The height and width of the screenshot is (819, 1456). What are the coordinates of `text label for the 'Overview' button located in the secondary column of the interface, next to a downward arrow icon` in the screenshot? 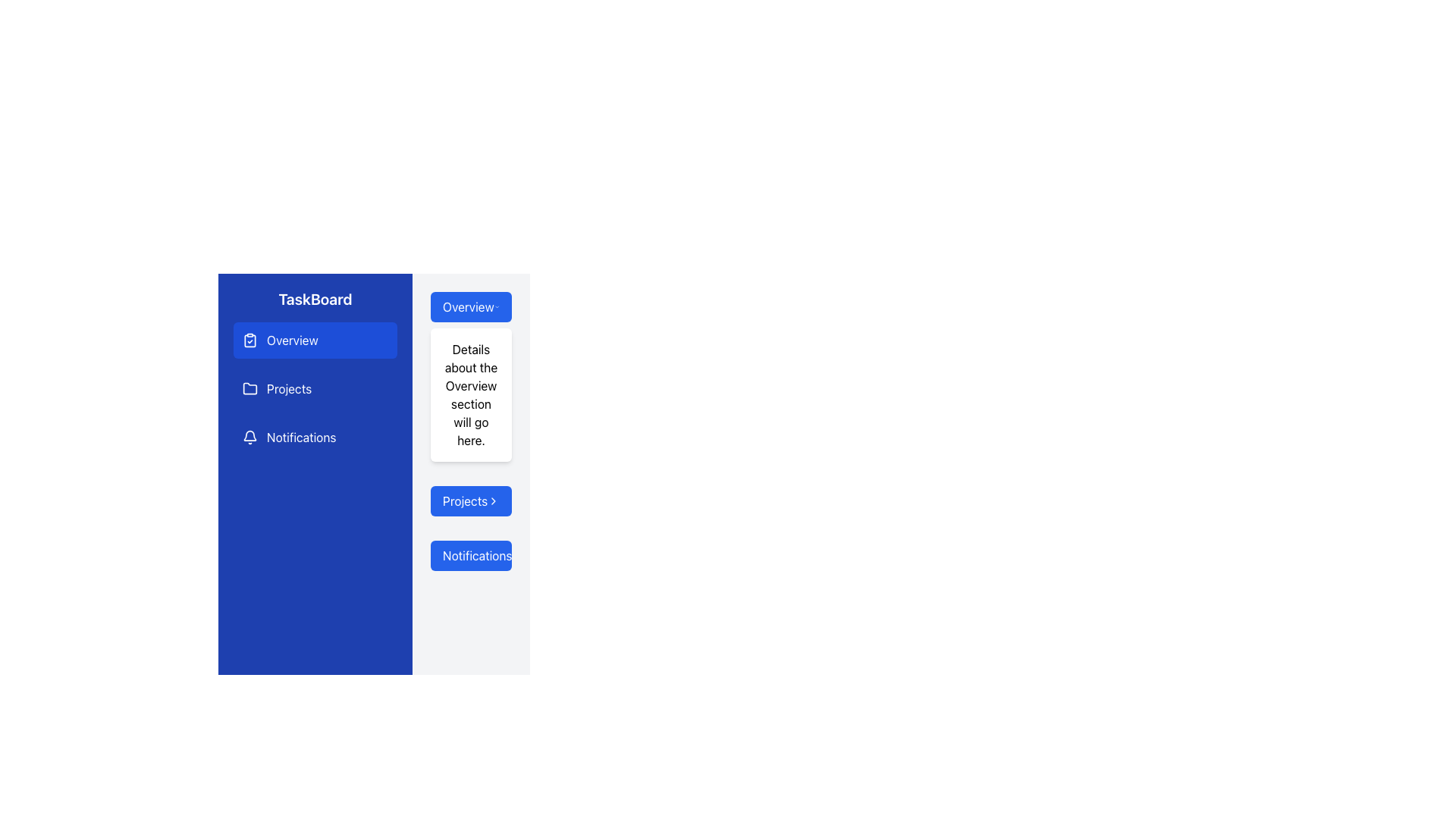 It's located at (467, 307).